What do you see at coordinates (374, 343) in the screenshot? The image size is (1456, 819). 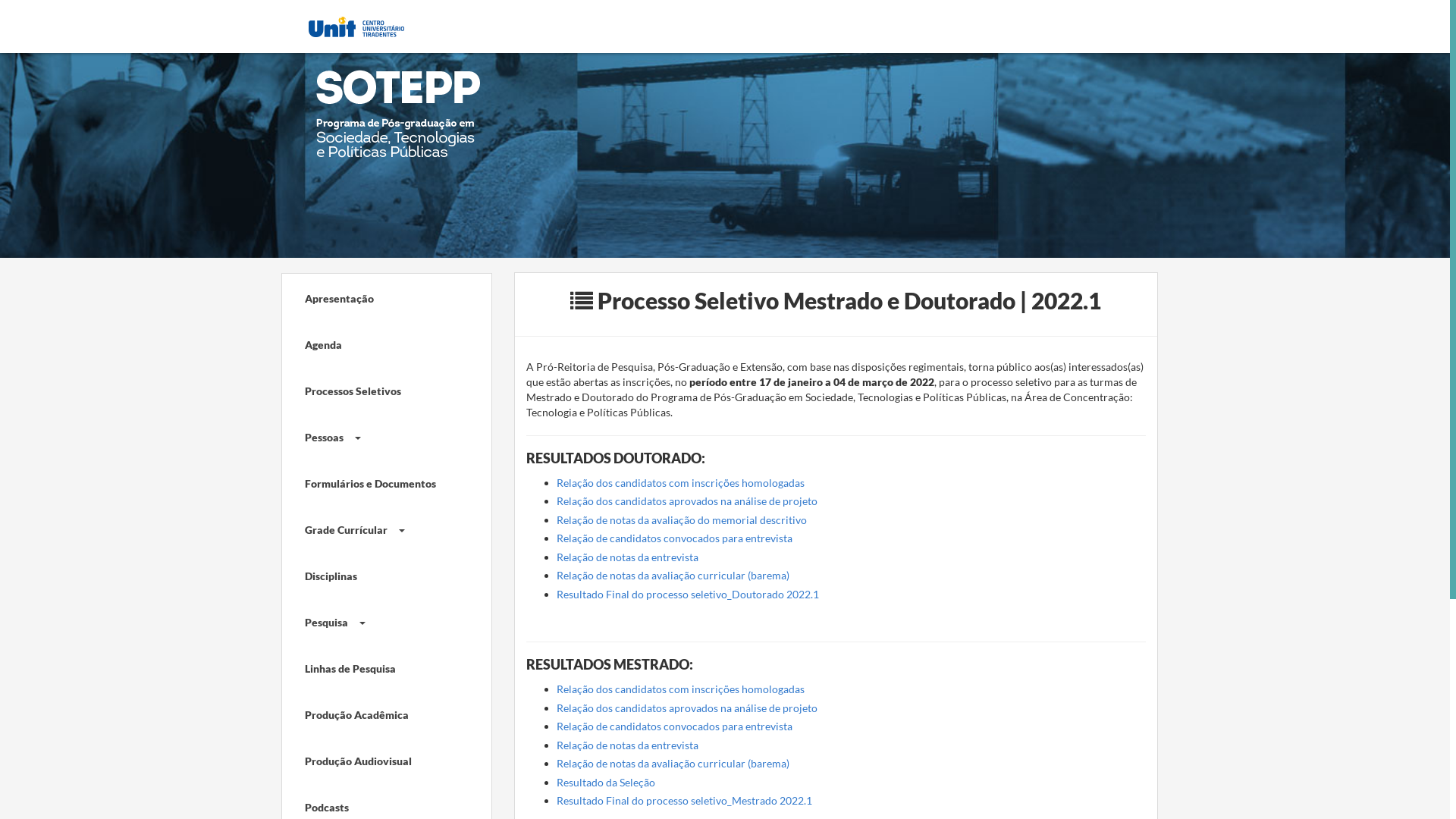 I see `'Agenda'` at bounding box center [374, 343].